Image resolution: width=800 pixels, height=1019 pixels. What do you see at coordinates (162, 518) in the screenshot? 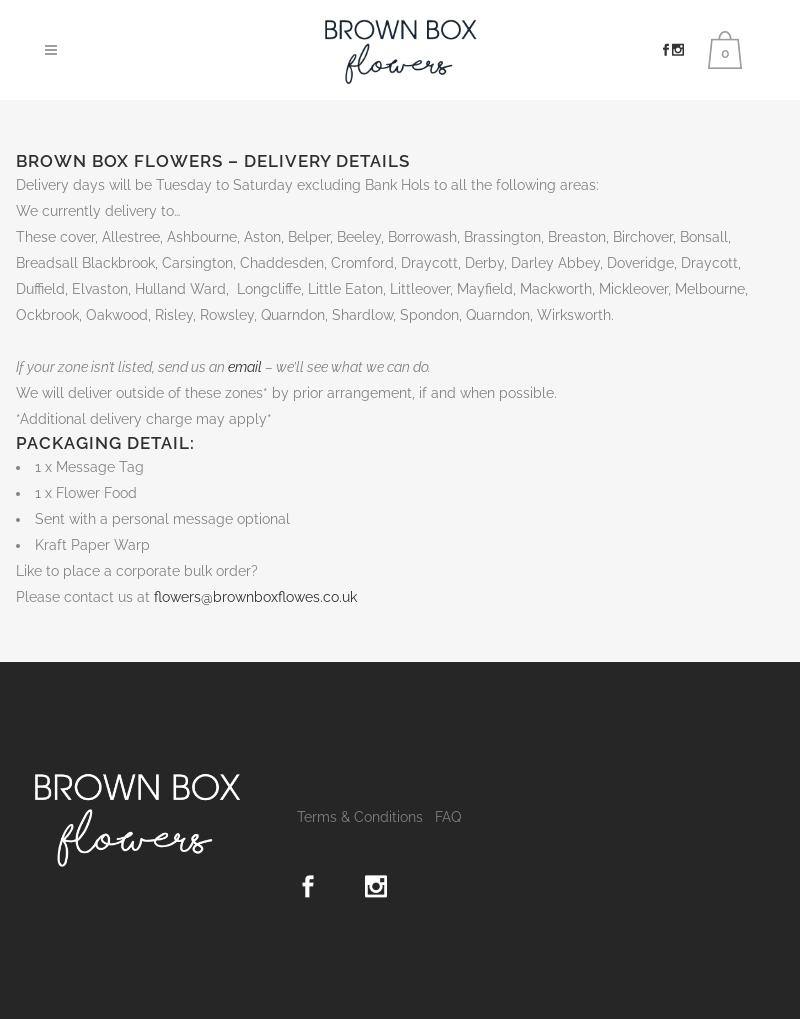
I see `'Sent with a personal message optional'` at bounding box center [162, 518].